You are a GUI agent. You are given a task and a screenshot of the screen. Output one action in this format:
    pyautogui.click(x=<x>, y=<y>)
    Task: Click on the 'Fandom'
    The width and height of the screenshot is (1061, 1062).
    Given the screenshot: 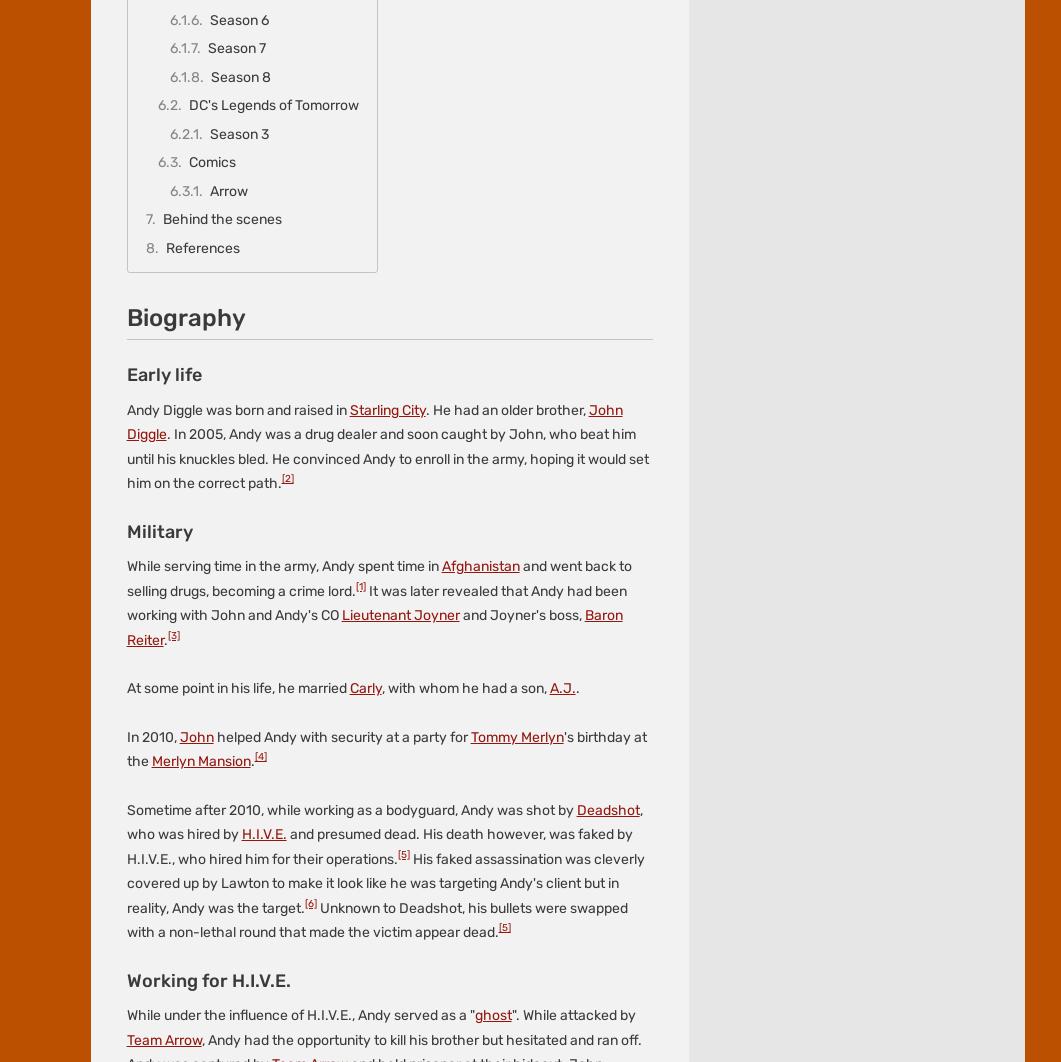 What is the action you would take?
    pyautogui.click(x=112, y=22)
    